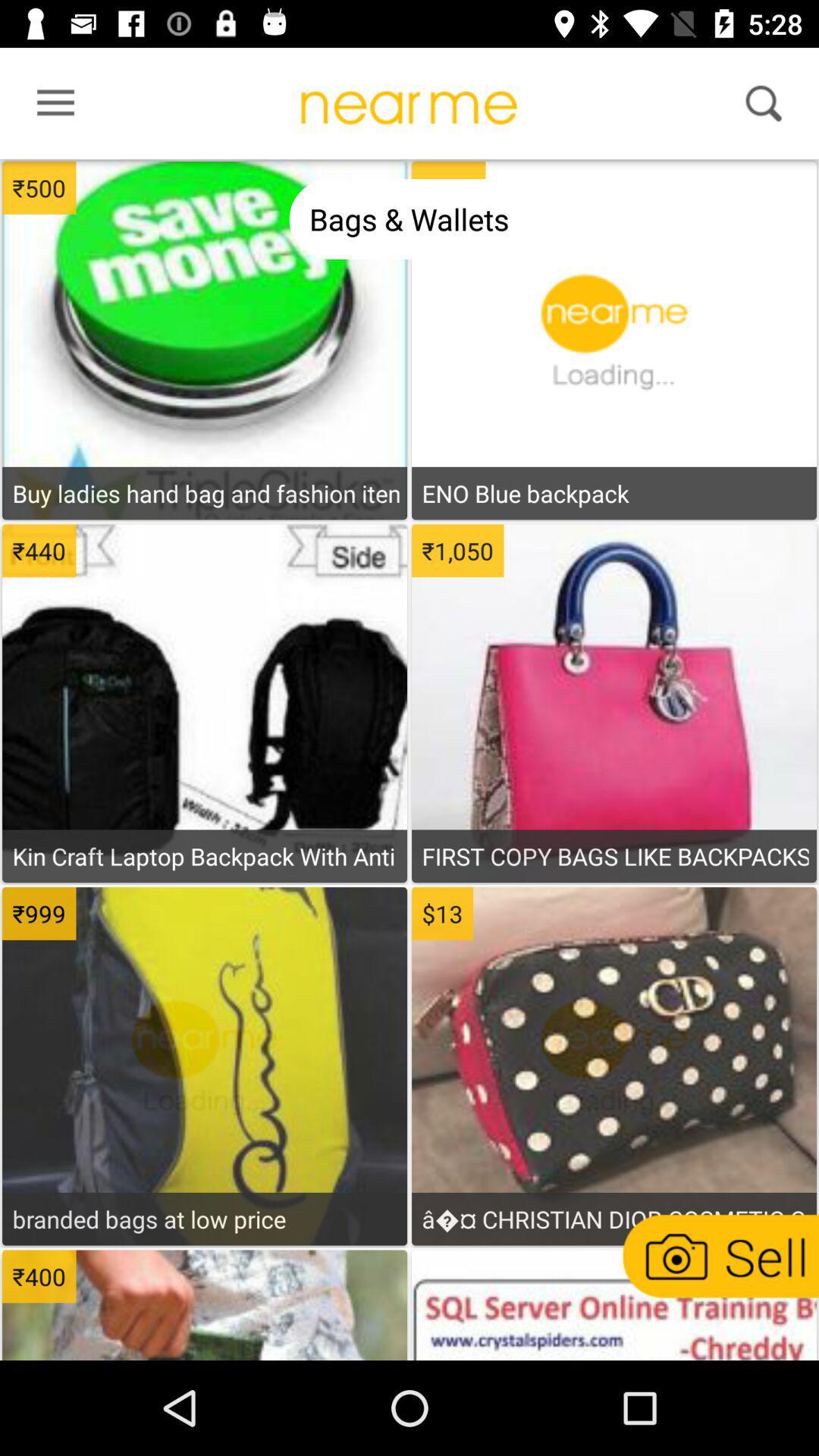 This screenshot has width=819, height=1456. What do you see at coordinates (613, 1307) in the screenshot?
I see `share the article` at bounding box center [613, 1307].